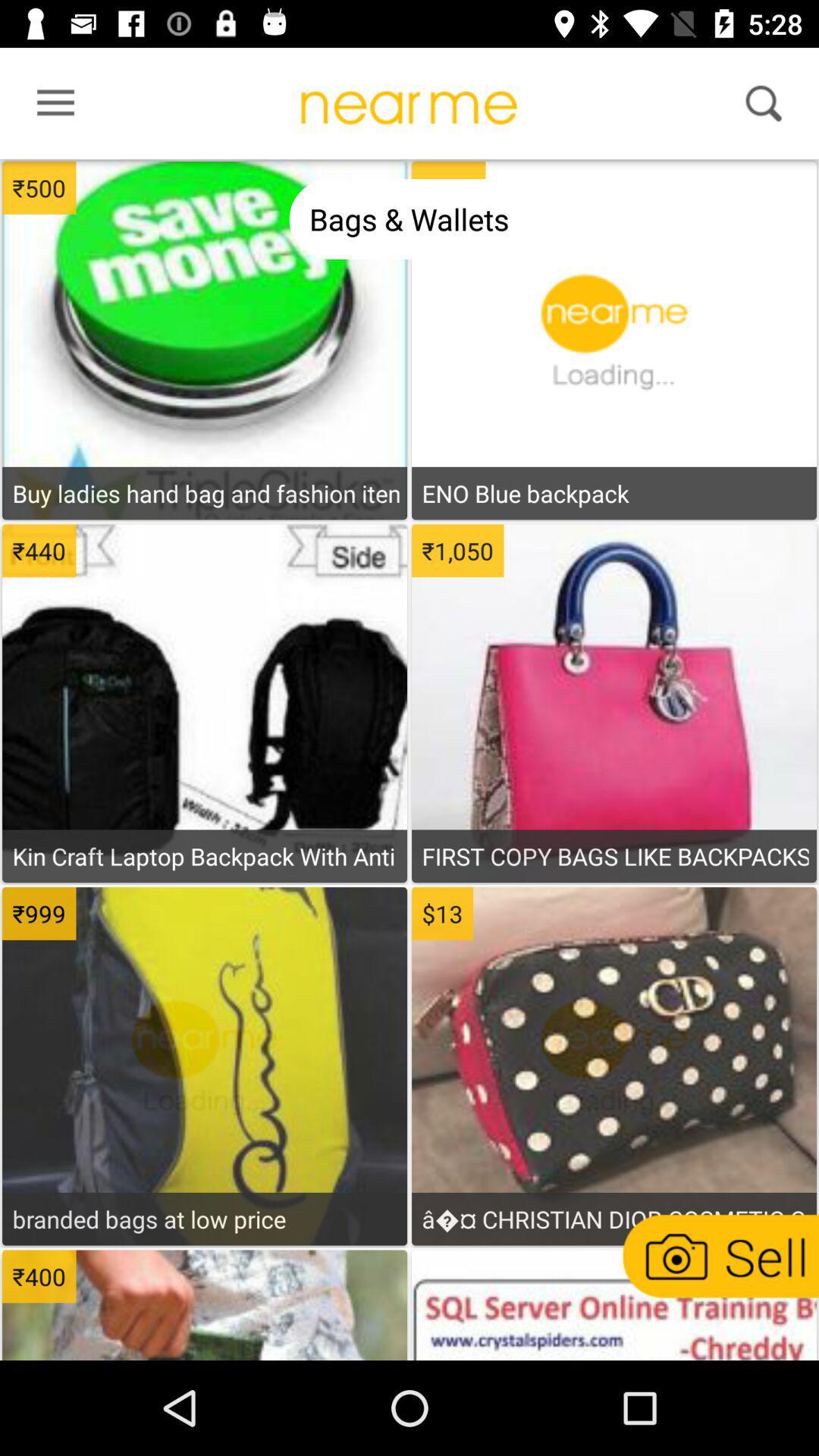 This screenshot has width=819, height=1456. What do you see at coordinates (613, 1307) in the screenshot?
I see `share the article` at bounding box center [613, 1307].